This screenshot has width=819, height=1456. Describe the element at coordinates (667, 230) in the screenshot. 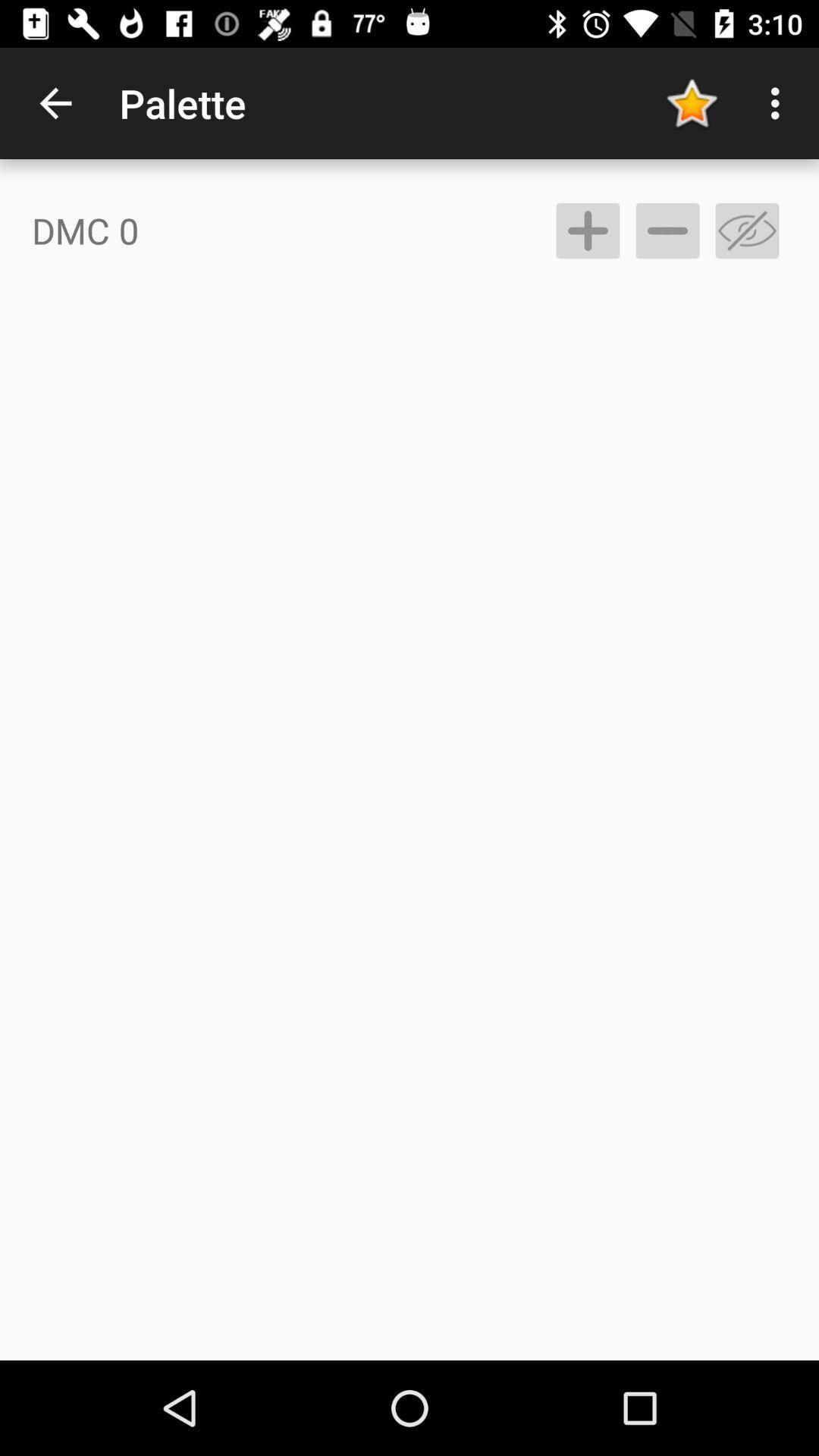

I see `zoom out` at that location.